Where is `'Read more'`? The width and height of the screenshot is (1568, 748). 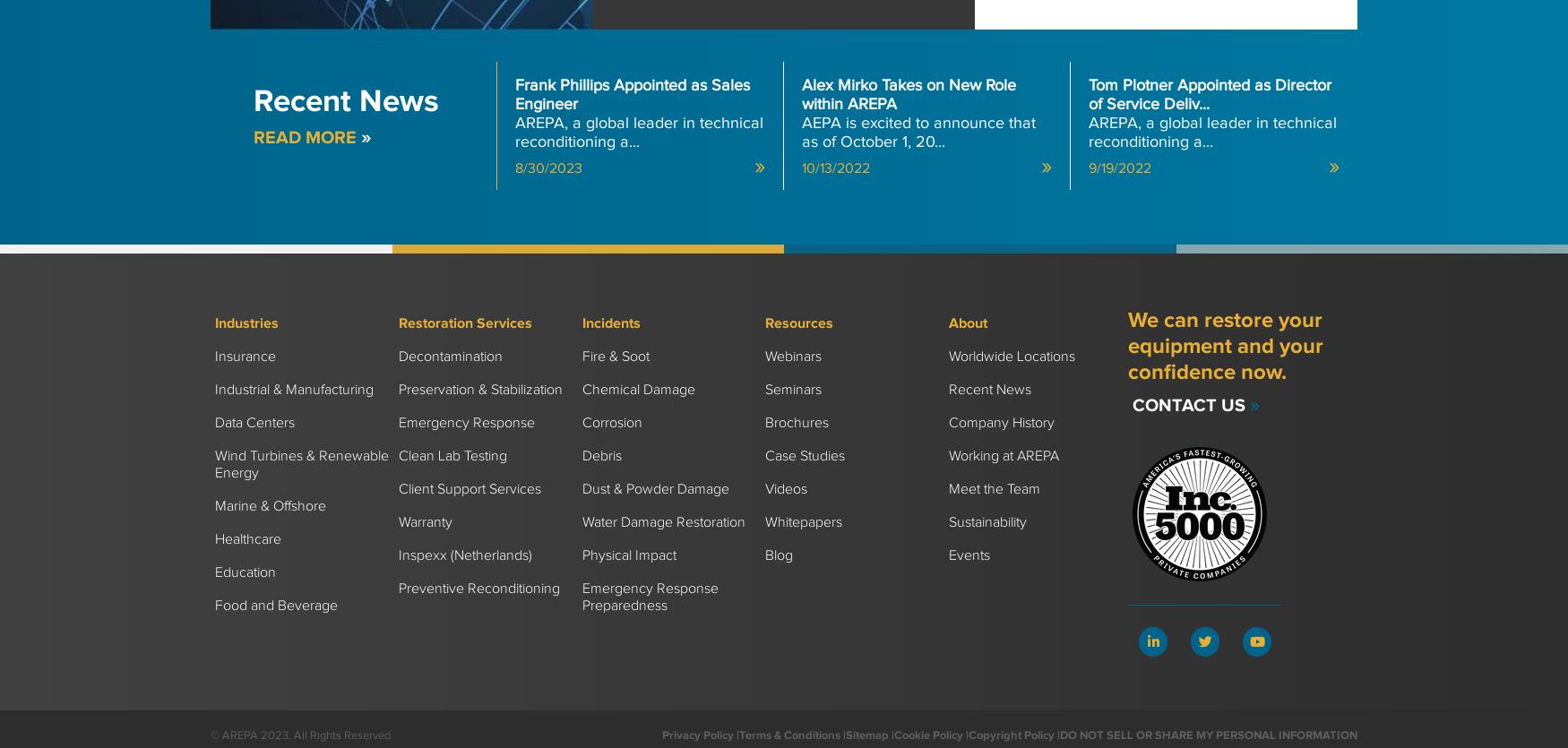
'Read more' is located at coordinates (307, 135).